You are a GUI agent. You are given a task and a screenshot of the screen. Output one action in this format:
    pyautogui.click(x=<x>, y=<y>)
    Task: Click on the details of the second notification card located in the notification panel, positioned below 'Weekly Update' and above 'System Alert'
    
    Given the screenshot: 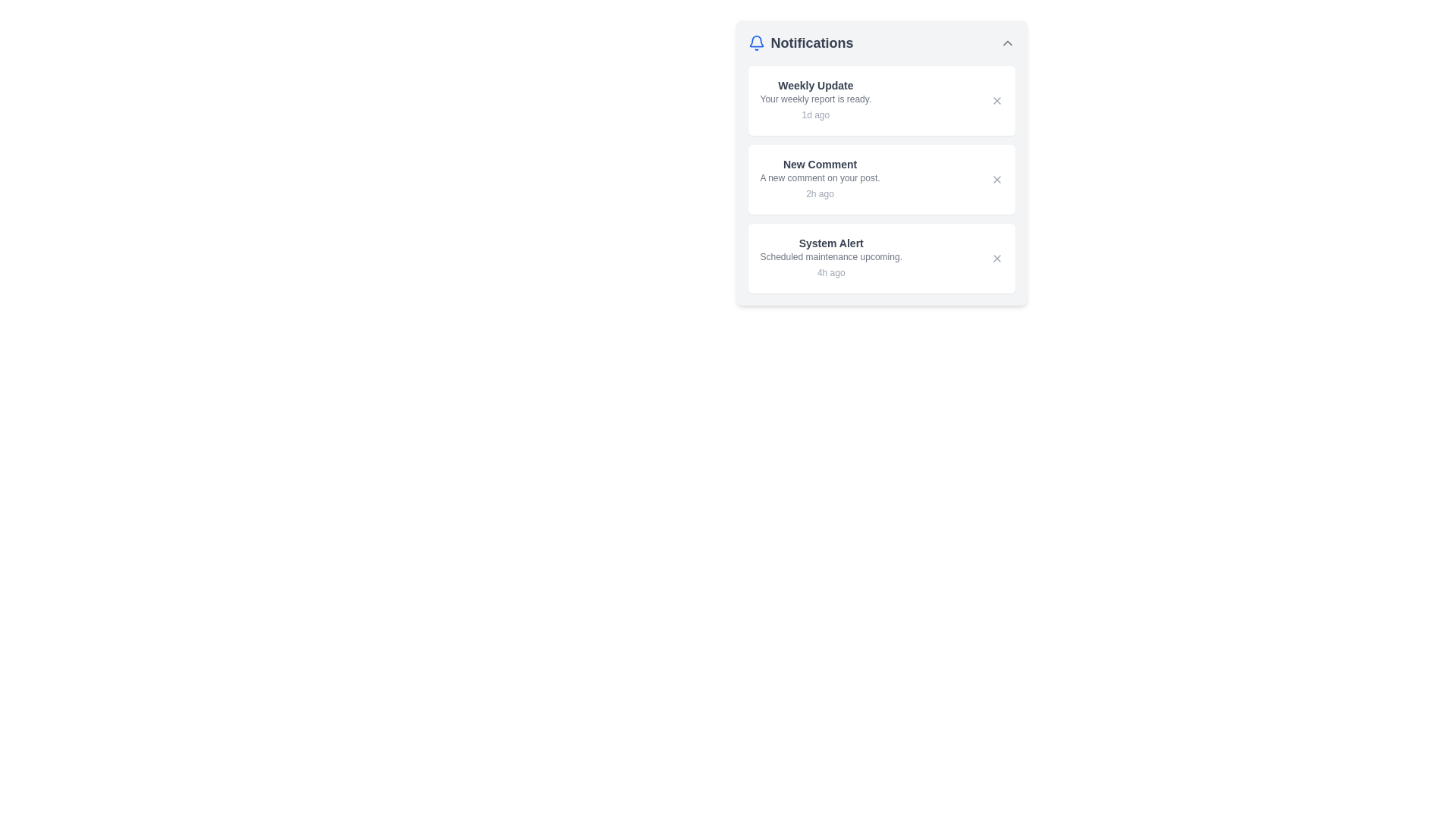 What is the action you would take?
    pyautogui.click(x=819, y=178)
    